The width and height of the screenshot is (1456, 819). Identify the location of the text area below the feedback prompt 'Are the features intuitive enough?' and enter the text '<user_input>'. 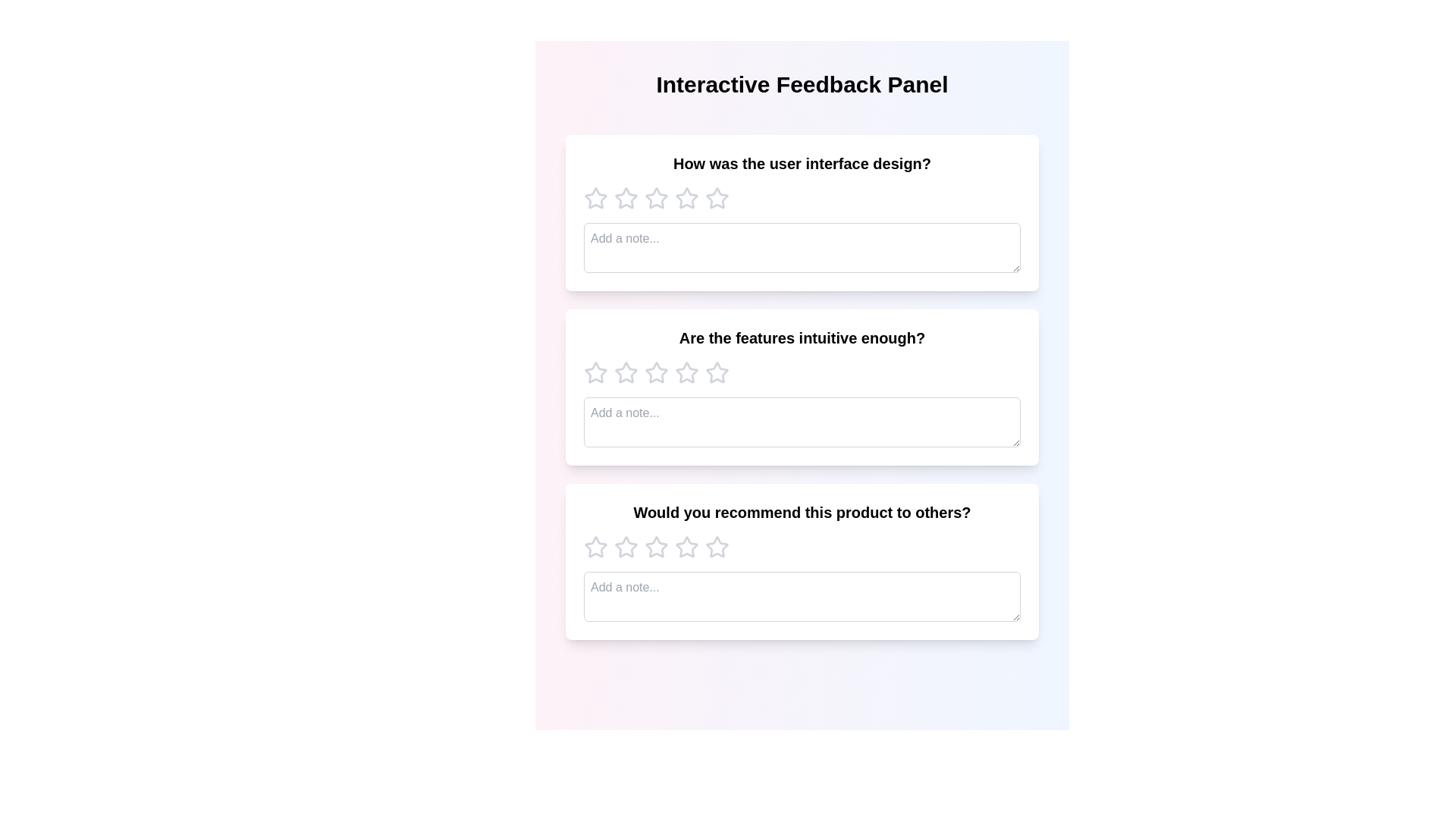
(801, 422).